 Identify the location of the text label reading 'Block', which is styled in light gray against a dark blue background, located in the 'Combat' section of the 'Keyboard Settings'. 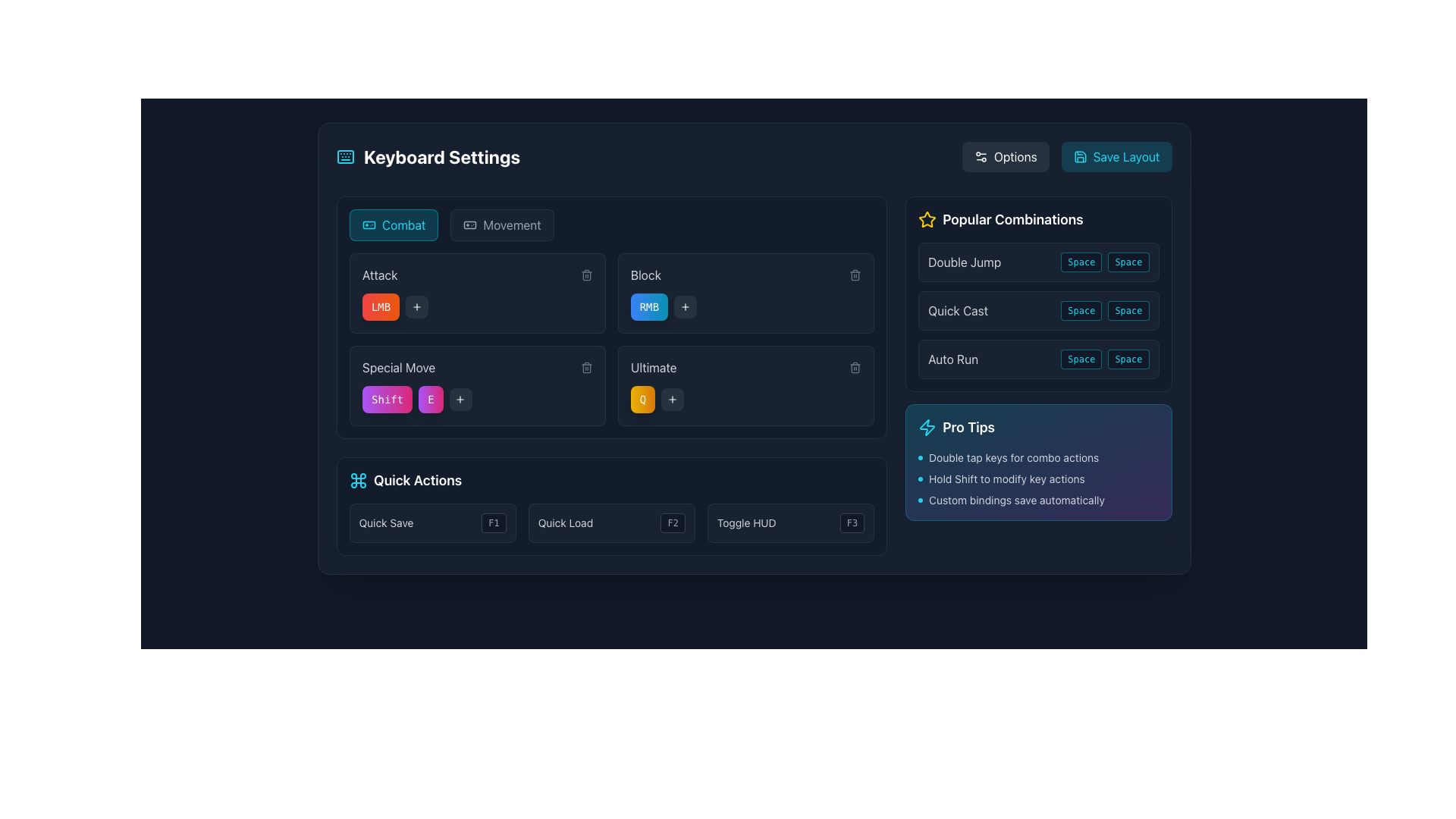
(645, 275).